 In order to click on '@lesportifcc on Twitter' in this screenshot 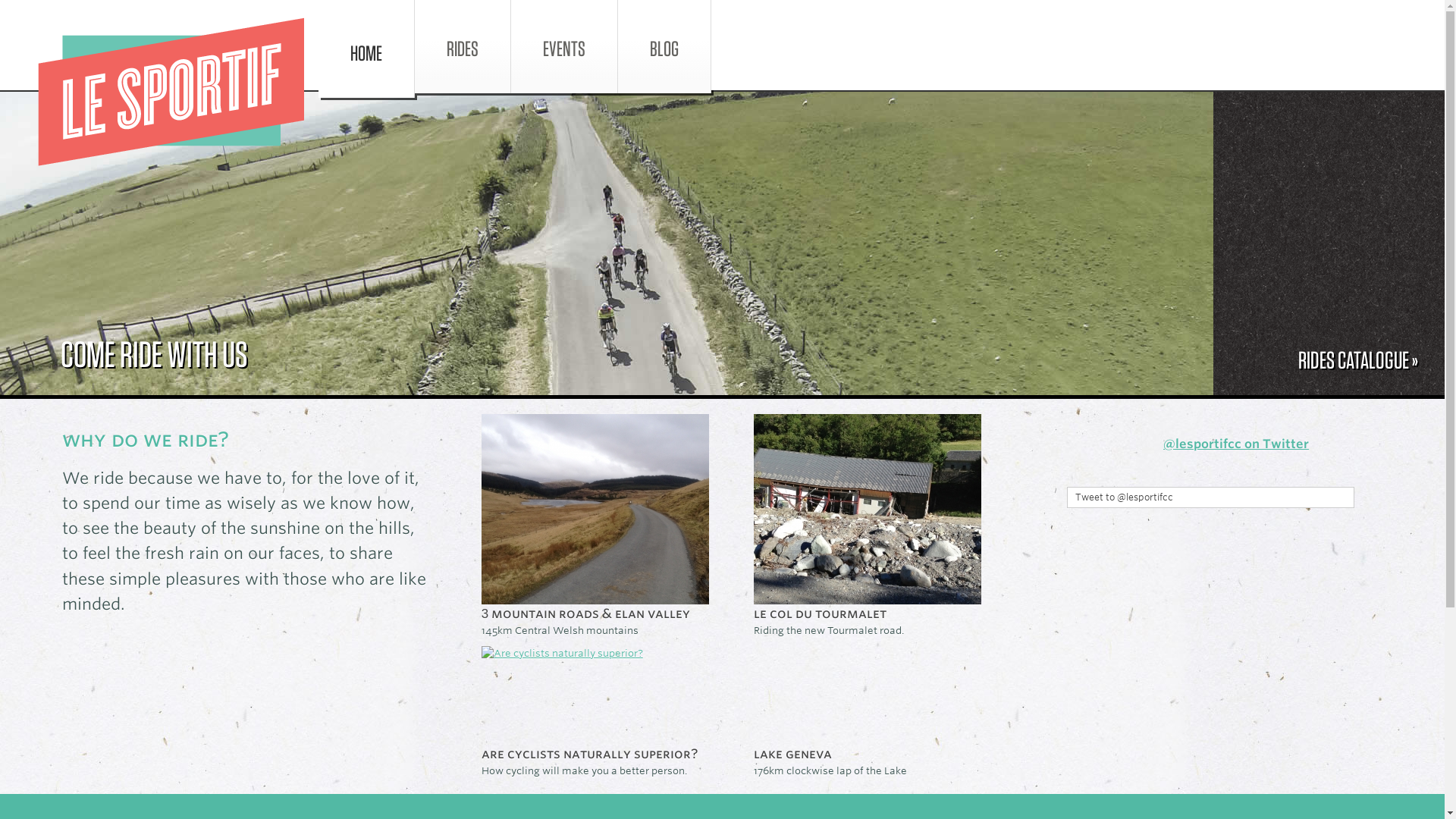, I will do `click(1236, 444)`.